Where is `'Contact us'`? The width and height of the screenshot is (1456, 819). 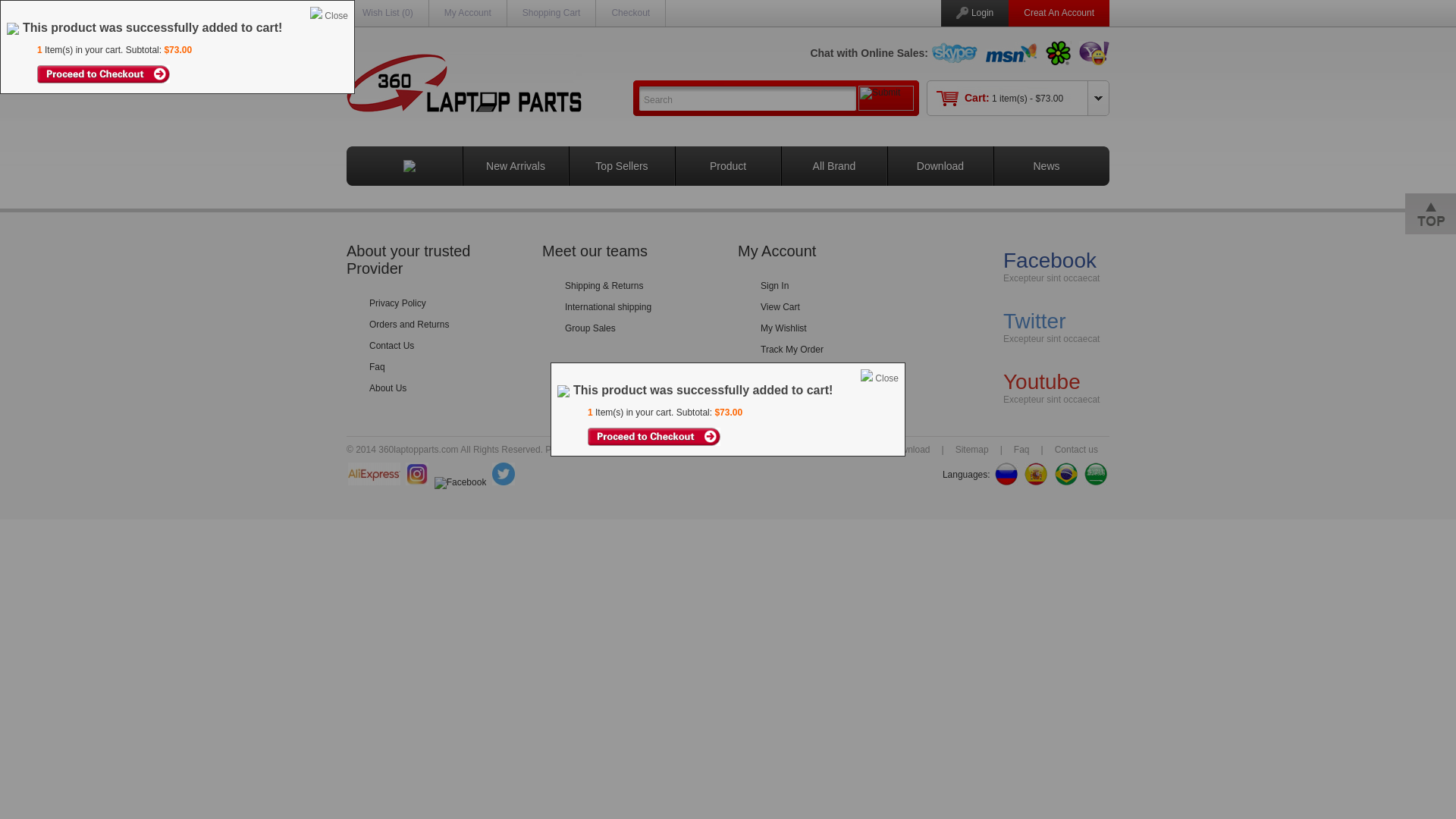 'Contact us' is located at coordinates (1075, 449).